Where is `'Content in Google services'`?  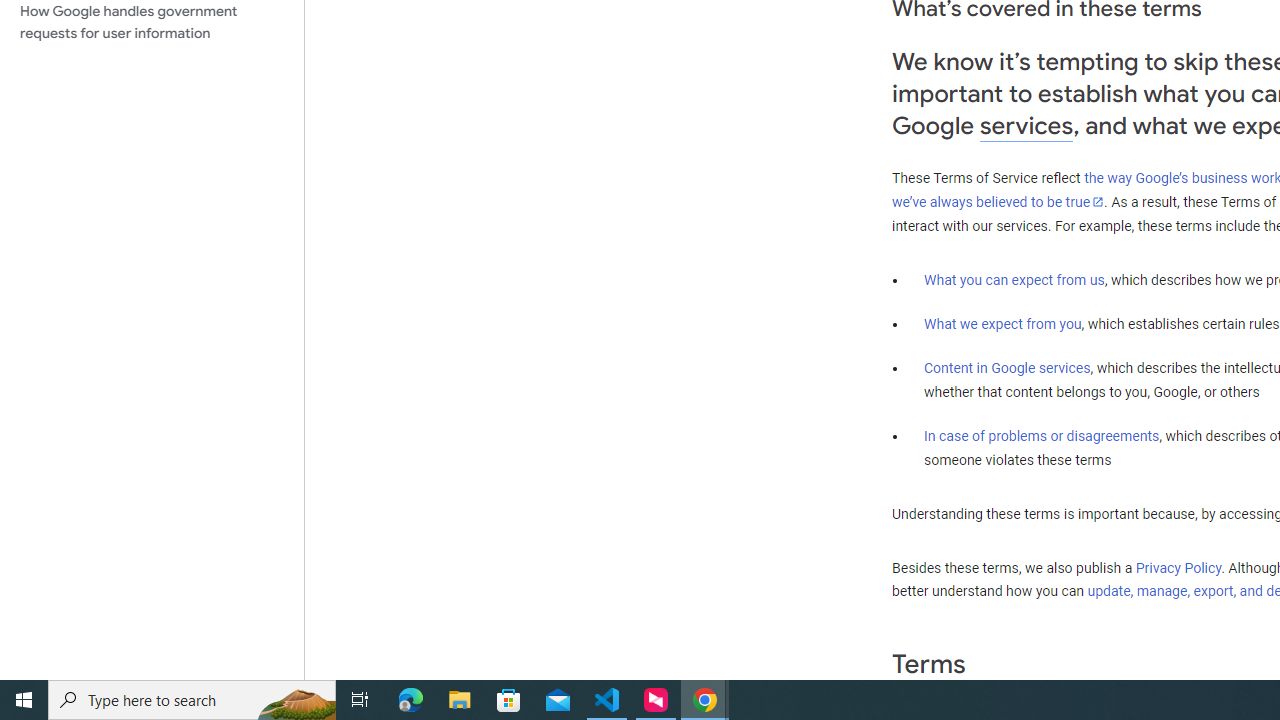
'Content in Google services' is located at coordinates (1007, 368).